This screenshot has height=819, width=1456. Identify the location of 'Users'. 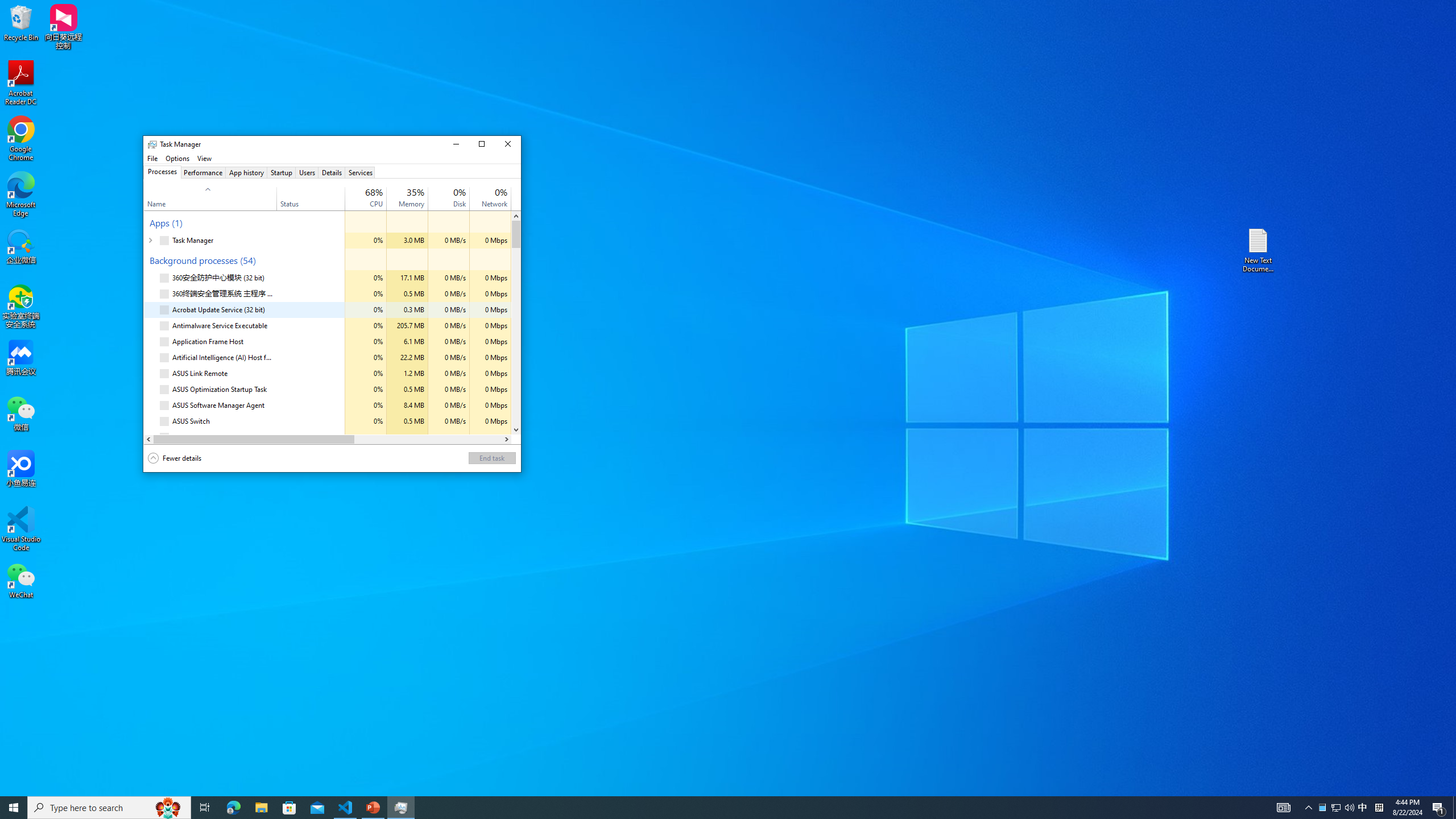
(307, 172).